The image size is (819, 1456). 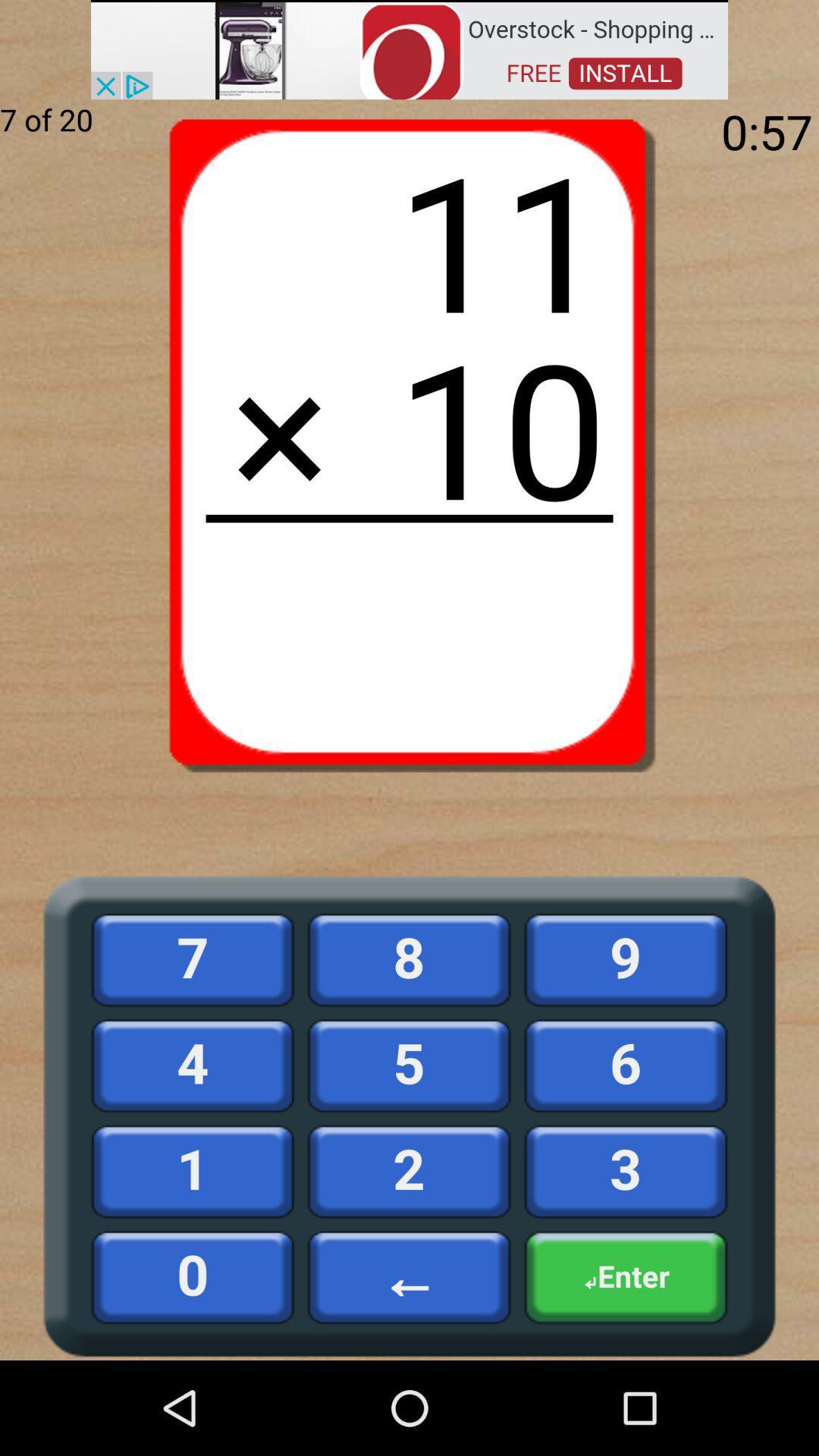 What do you see at coordinates (626, 959) in the screenshot?
I see `the 9 button` at bounding box center [626, 959].